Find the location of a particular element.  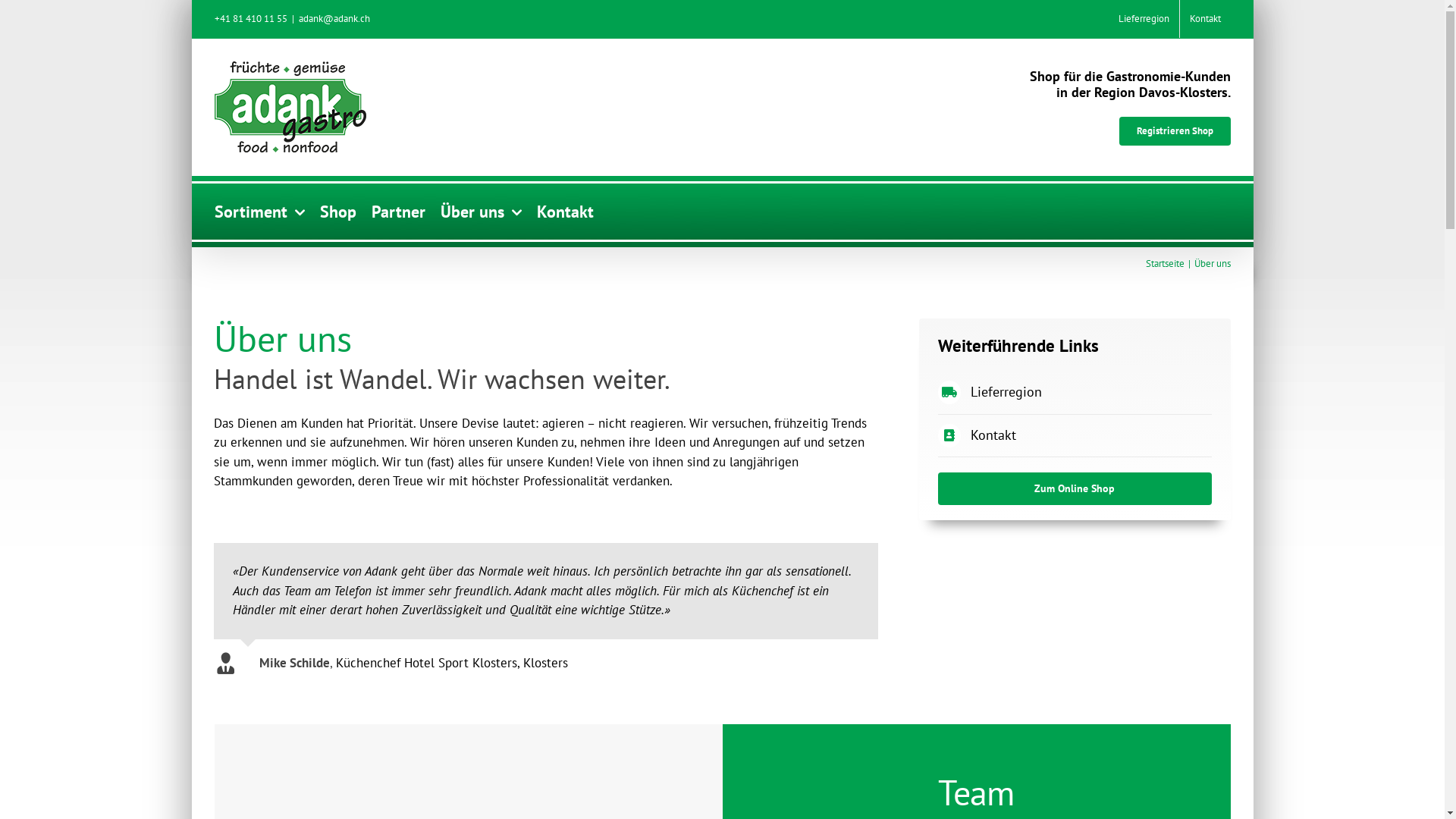

'adank@adank.ch' is located at coordinates (334, 18).